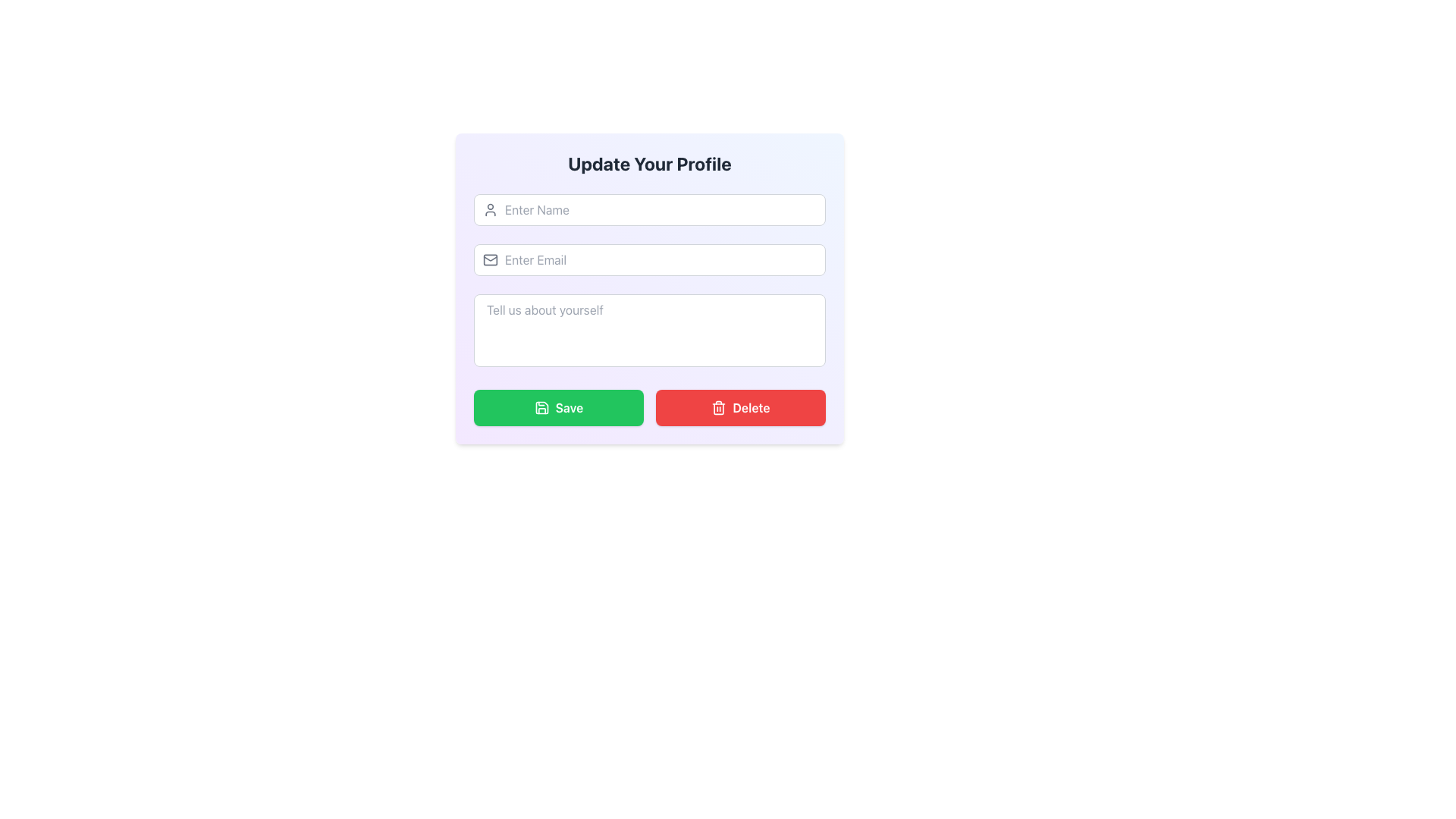 The width and height of the screenshot is (1456, 819). What do you see at coordinates (650, 164) in the screenshot?
I see `the centered heading element with bold text reading 'Update Your Profile', located at the top of the card interface` at bounding box center [650, 164].